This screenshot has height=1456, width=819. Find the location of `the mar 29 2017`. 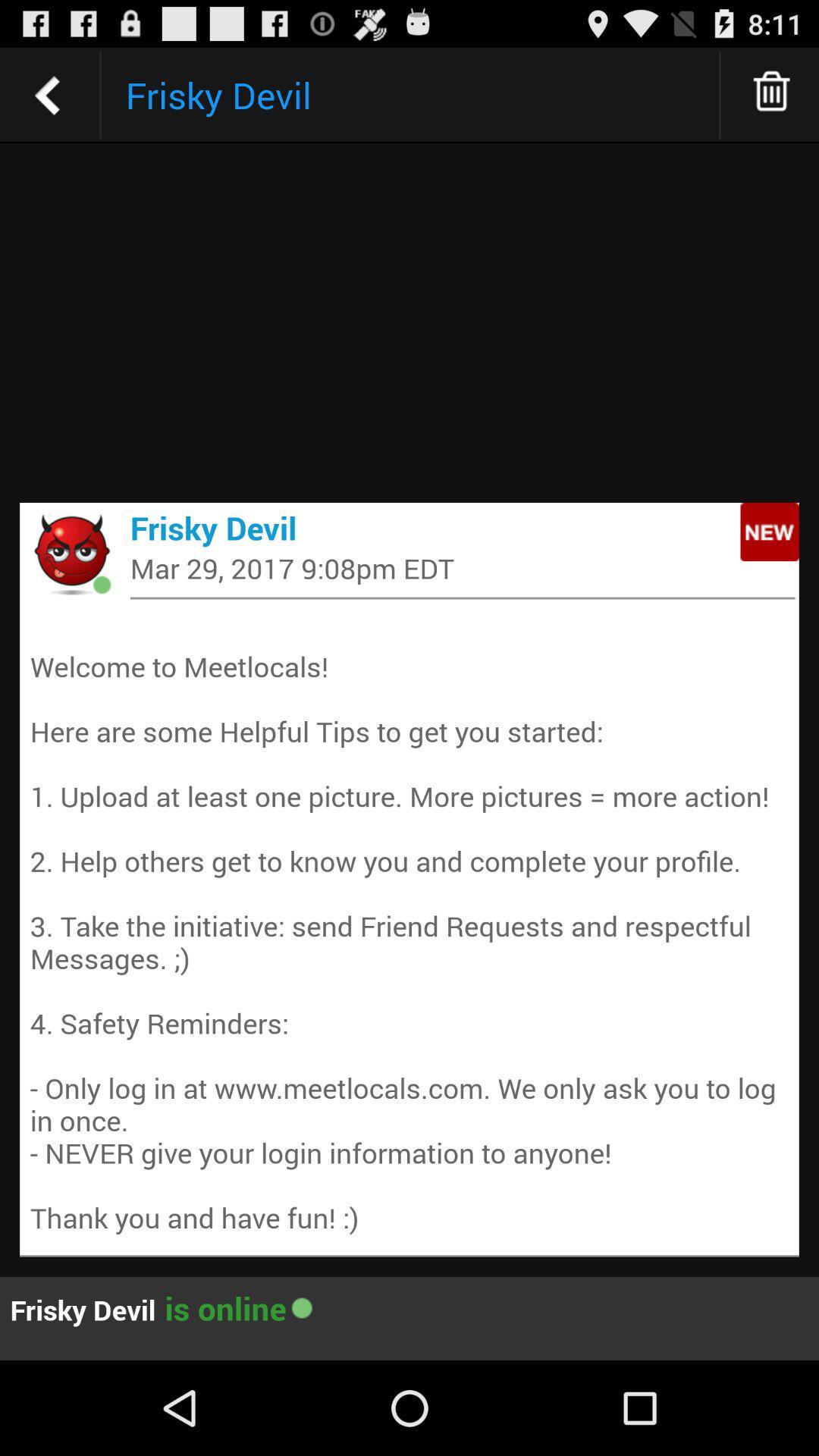

the mar 29 2017 is located at coordinates (462, 567).